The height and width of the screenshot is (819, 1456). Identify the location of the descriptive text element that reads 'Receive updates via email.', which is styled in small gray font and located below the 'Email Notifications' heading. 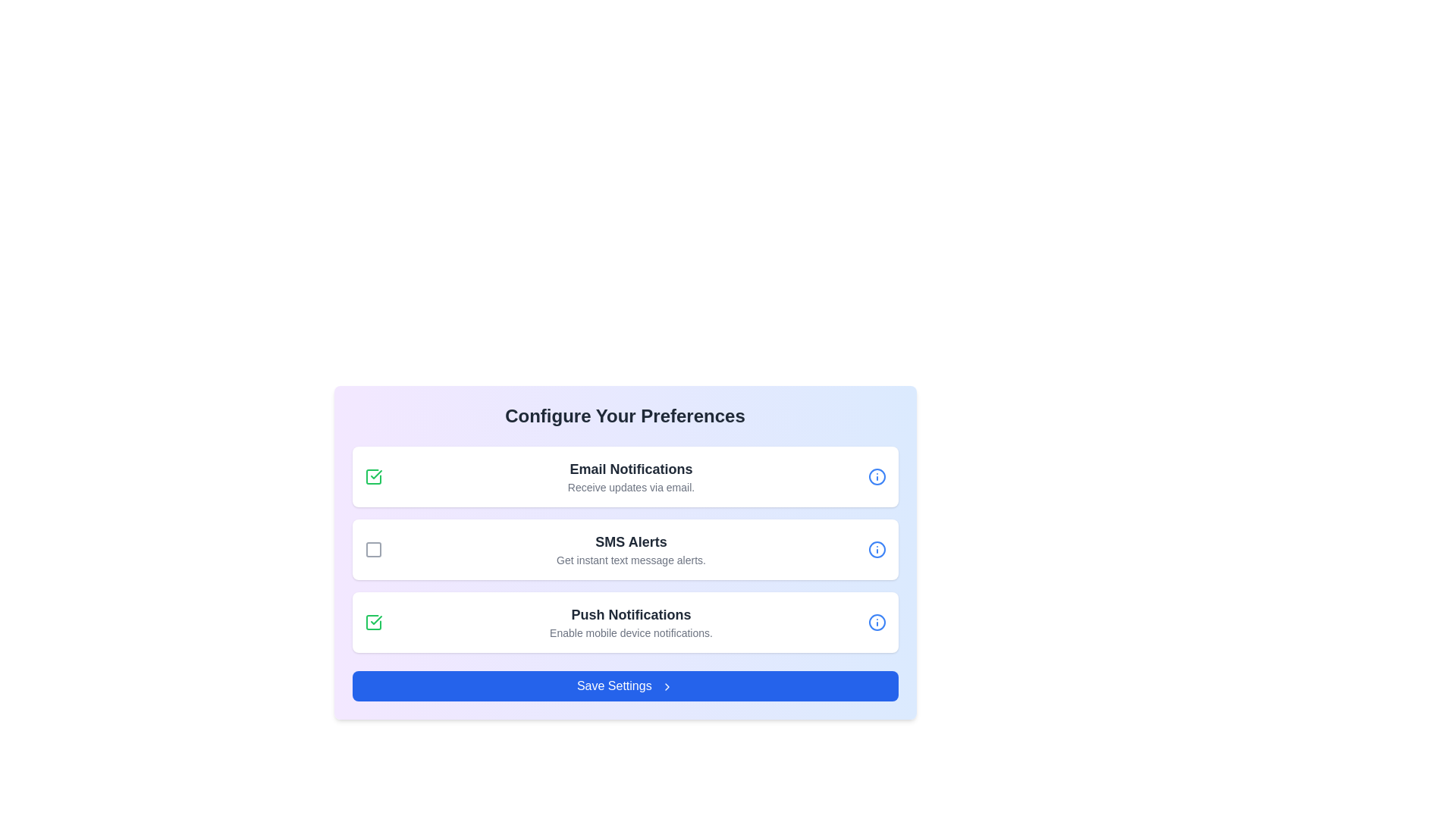
(631, 488).